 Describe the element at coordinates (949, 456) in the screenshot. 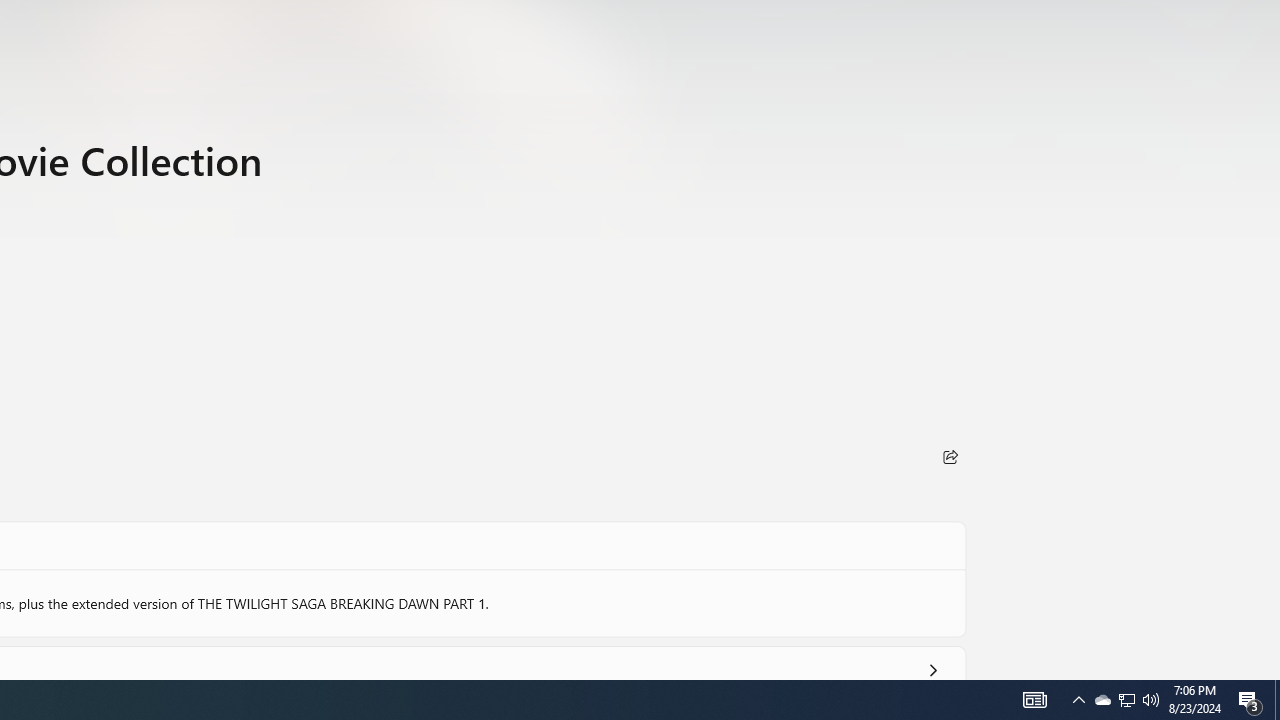

I see `'Share'` at that location.